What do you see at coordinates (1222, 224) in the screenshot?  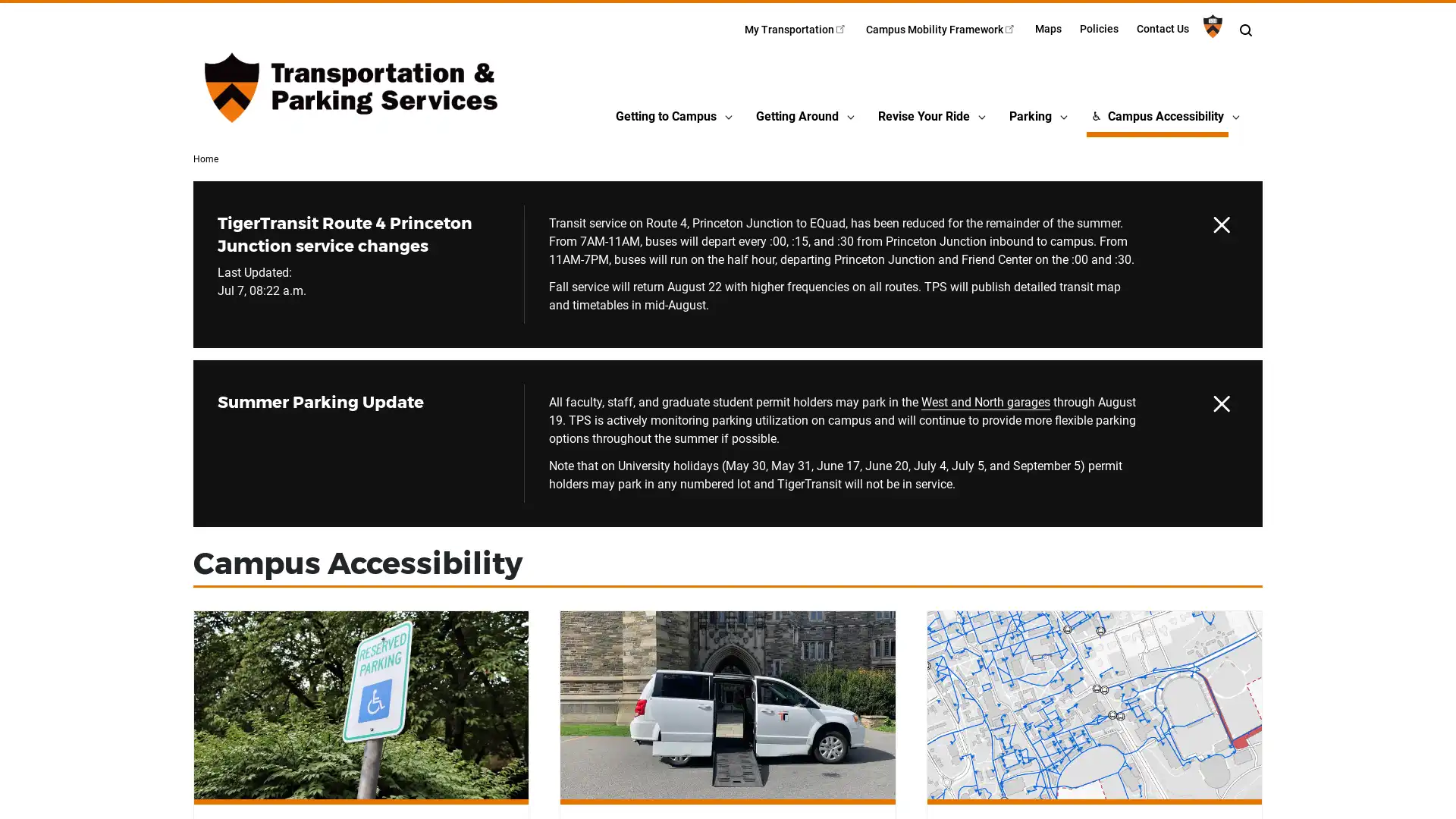 I see `Hide alert TigerTransit Route 4 Princeton Junction service changes until it is updated` at bounding box center [1222, 224].